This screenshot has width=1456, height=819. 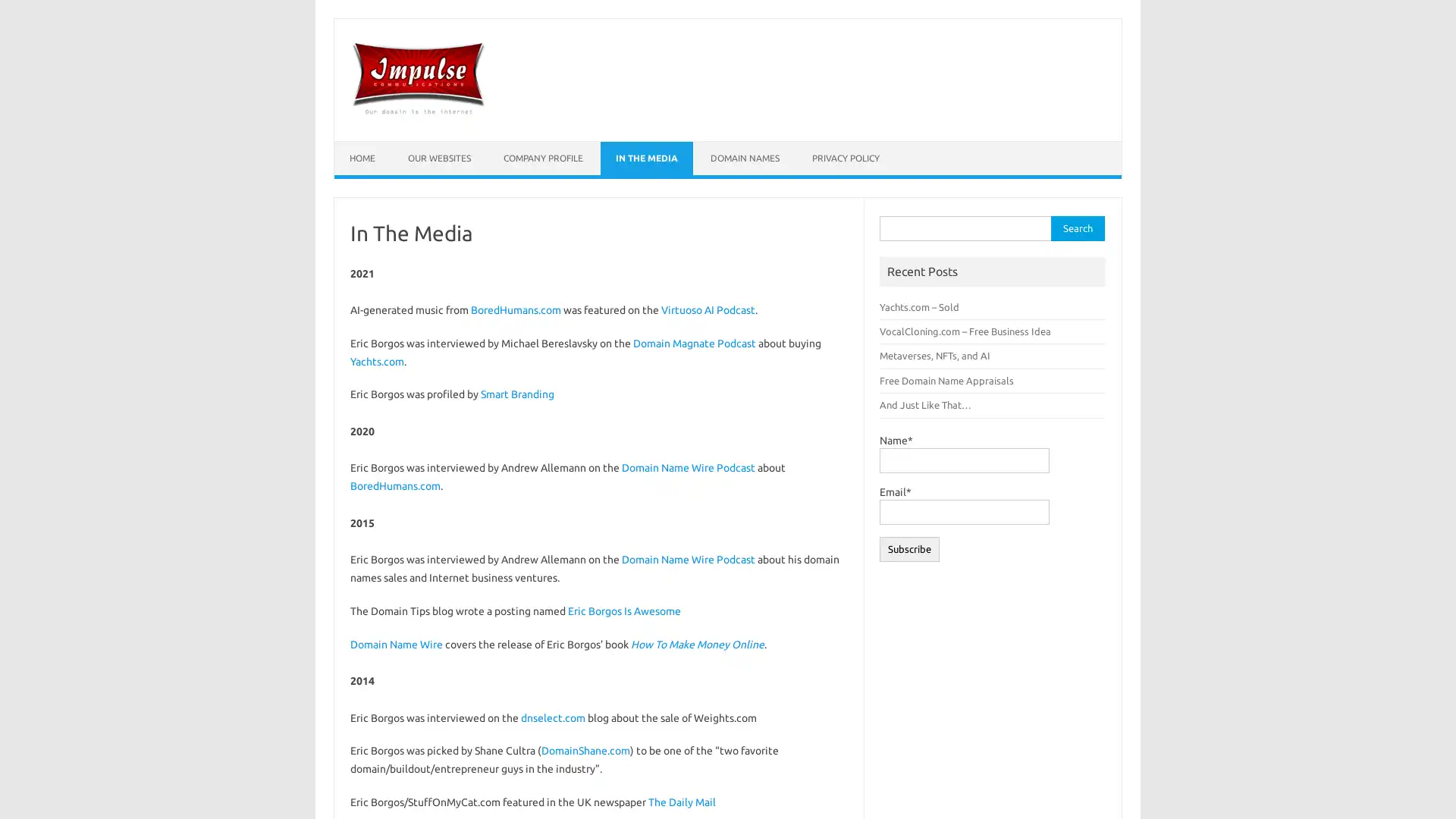 I want to click on Subscribe, so click(x=909, y=548).